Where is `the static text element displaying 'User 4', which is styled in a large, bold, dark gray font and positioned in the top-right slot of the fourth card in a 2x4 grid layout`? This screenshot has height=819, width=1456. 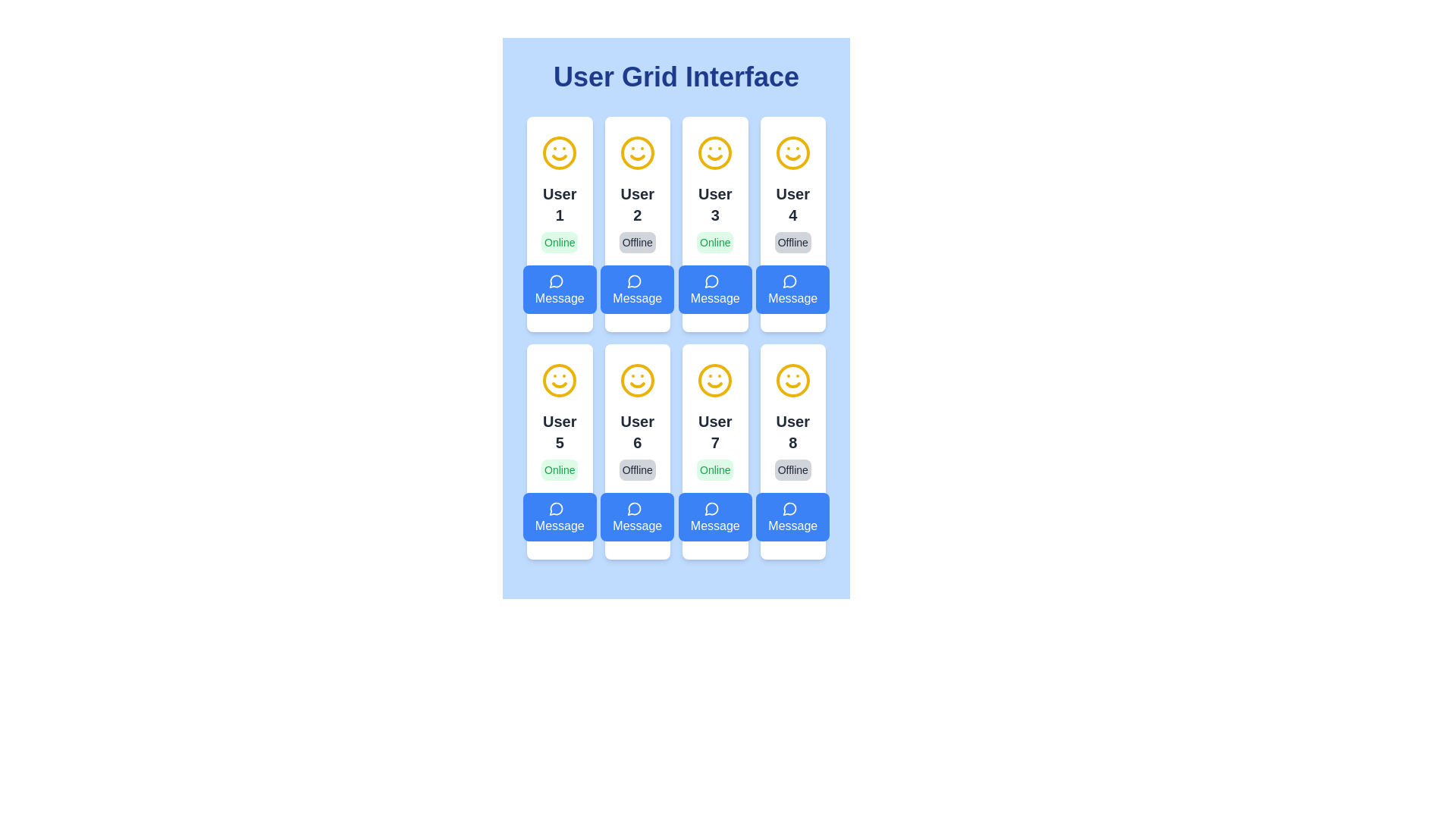 the static text element displaying 'User 4', which is styled in a large, bold, dark gray font and positioned in the top-right slot of the fourth card in a 2x4 grid layout is located at coordinates (792, 205).